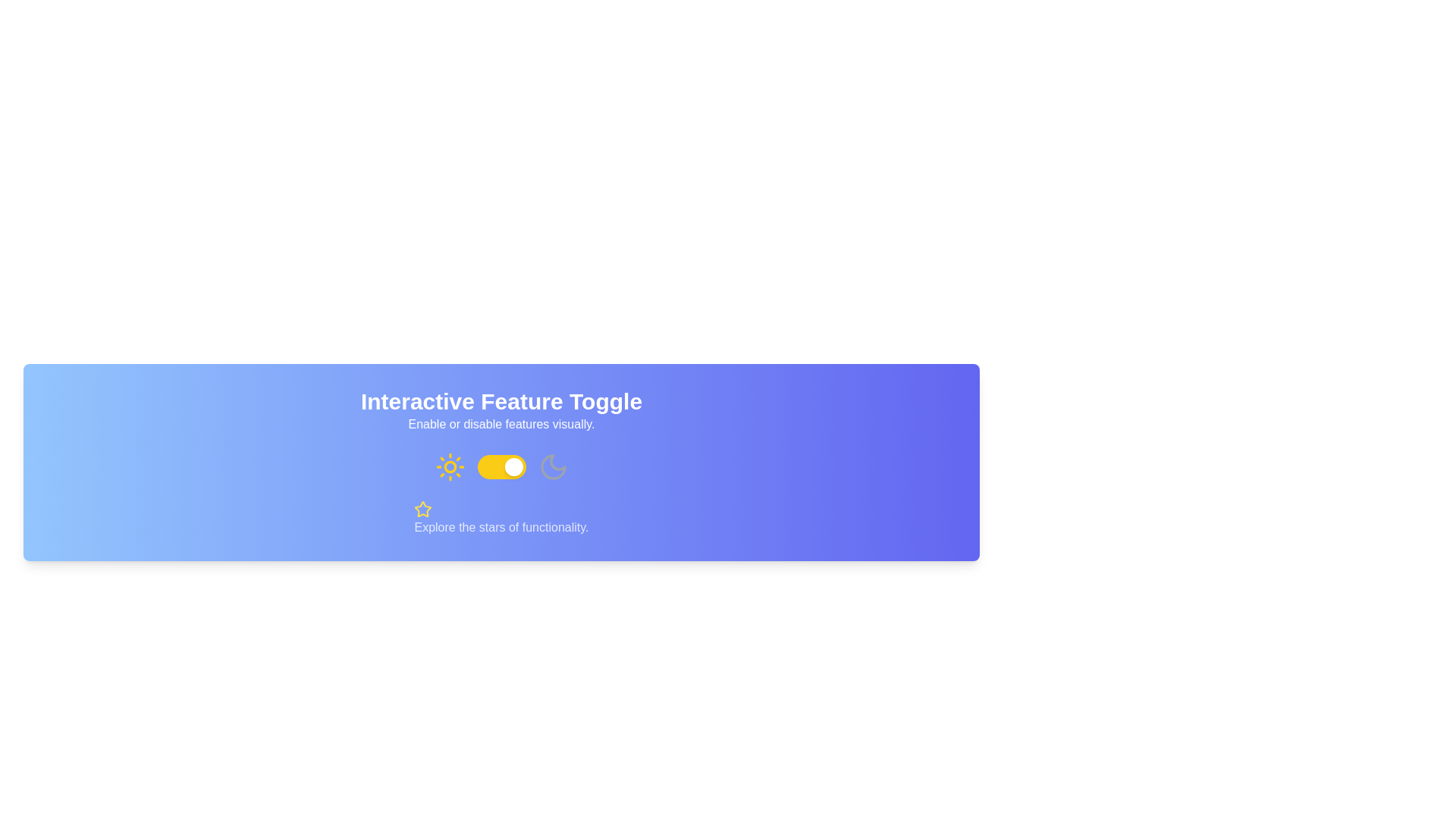  I want to click on the star icon located near the bottom center of the interface, positioned above the text 'Explore the stars of functionality.', so click(423, 509).